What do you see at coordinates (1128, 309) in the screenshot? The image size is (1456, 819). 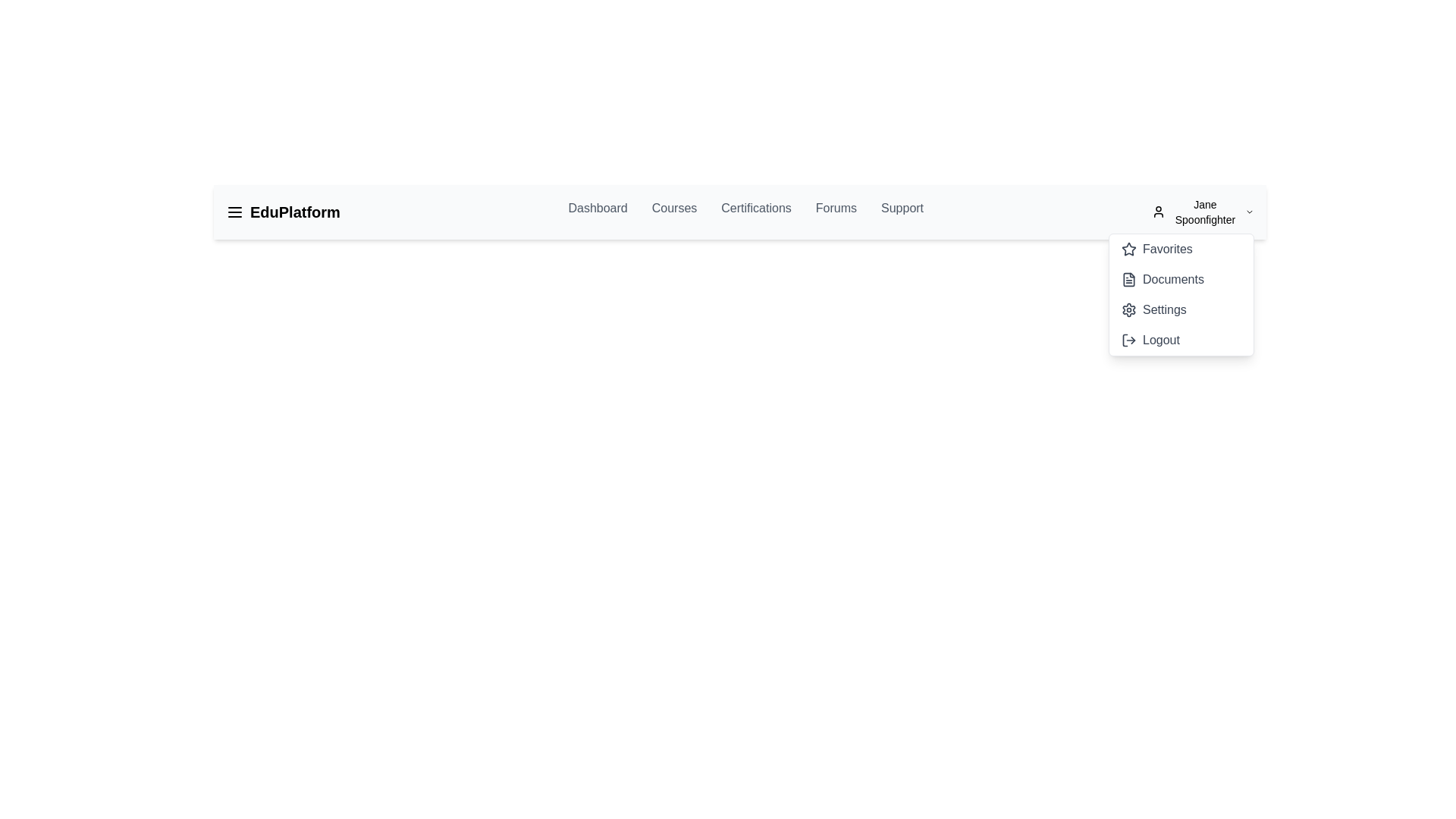 I see `the 'Settings' icon located in the upper-right corner dropdown menu, which allows users to navigate to account or application settings` at bounding box center [1128, 309].